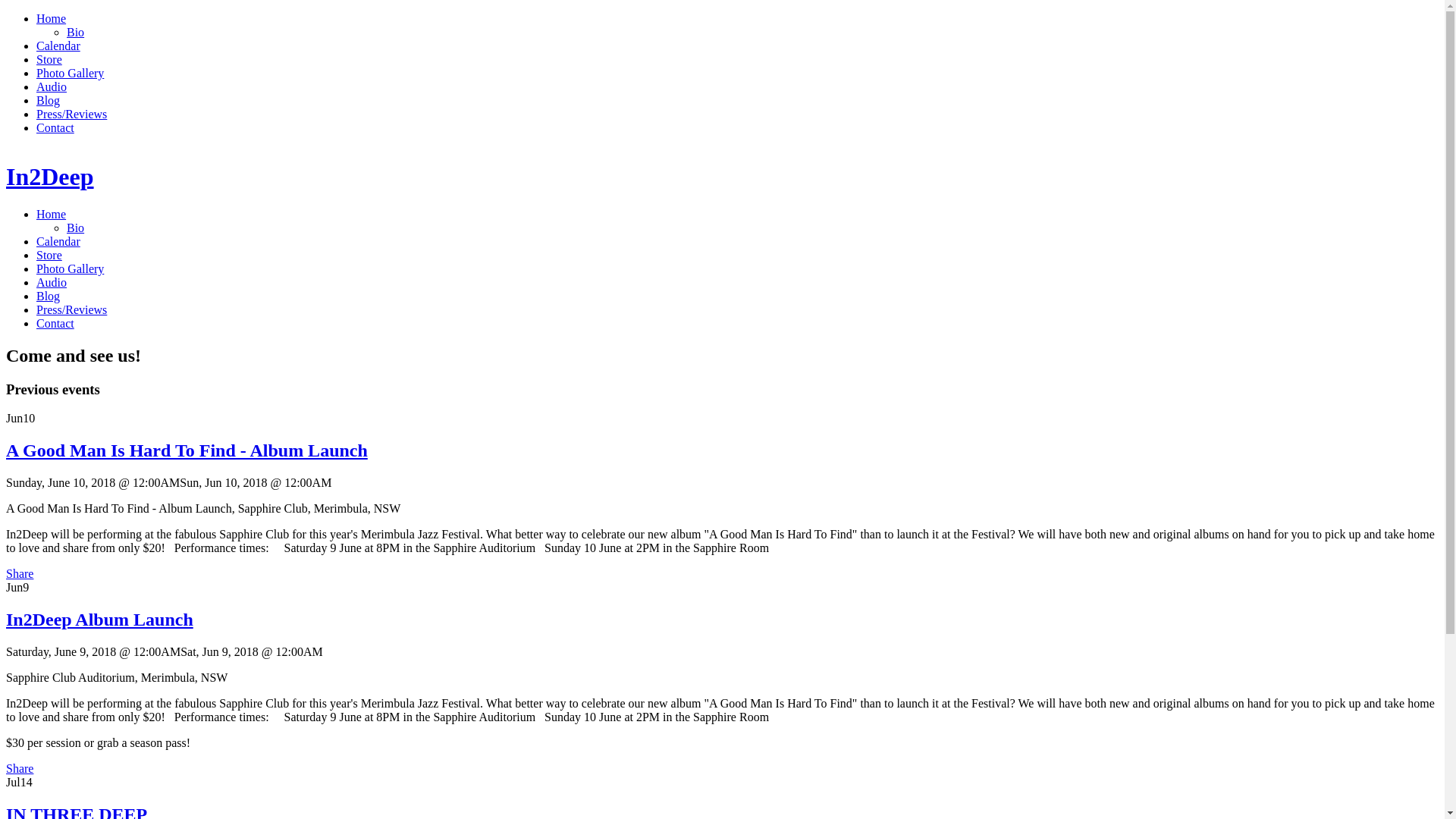 This screenshot has width=1456, height=819. I want to click on 'Store', so click(49, 254).